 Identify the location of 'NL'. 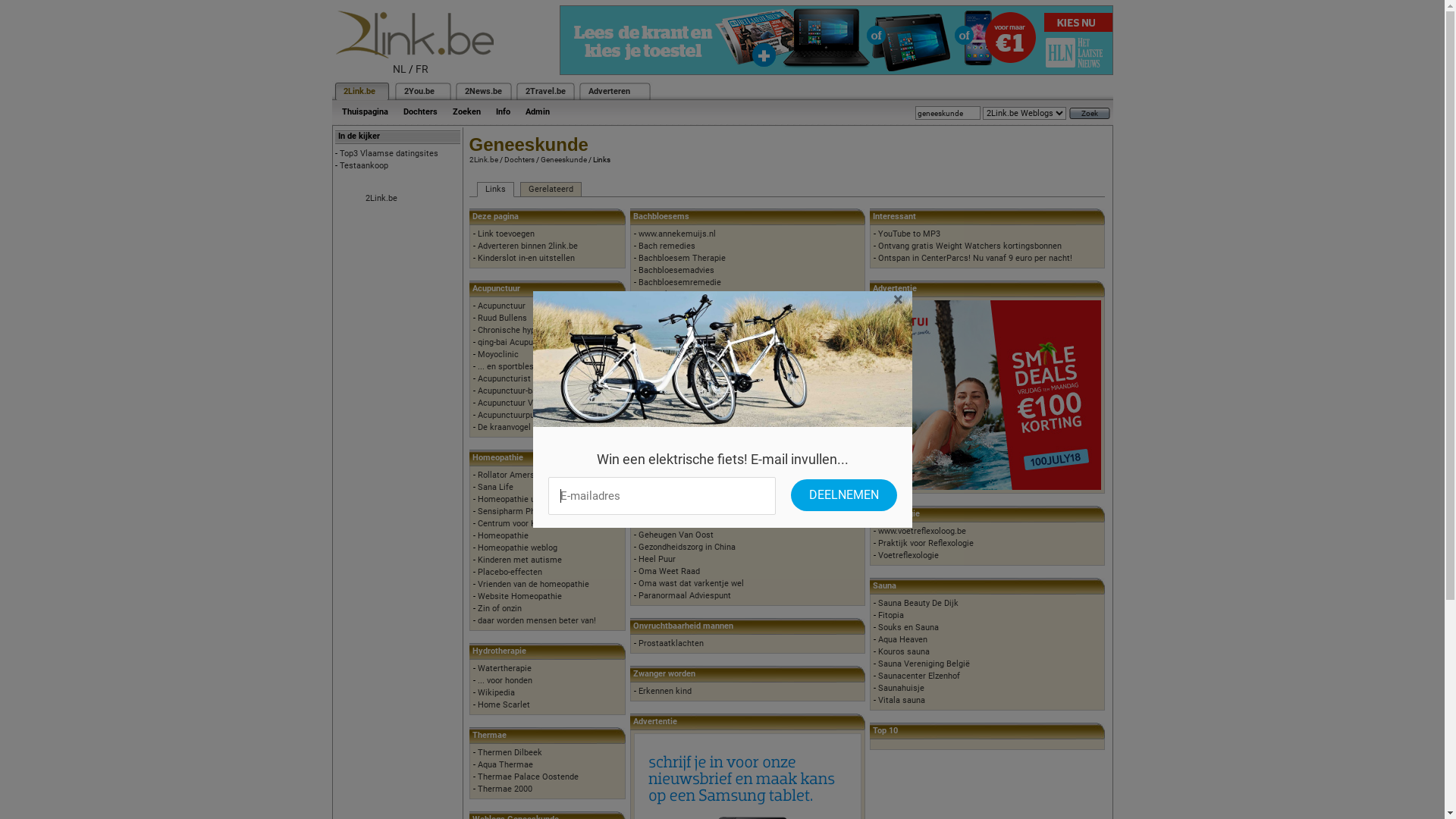
(400, 69).